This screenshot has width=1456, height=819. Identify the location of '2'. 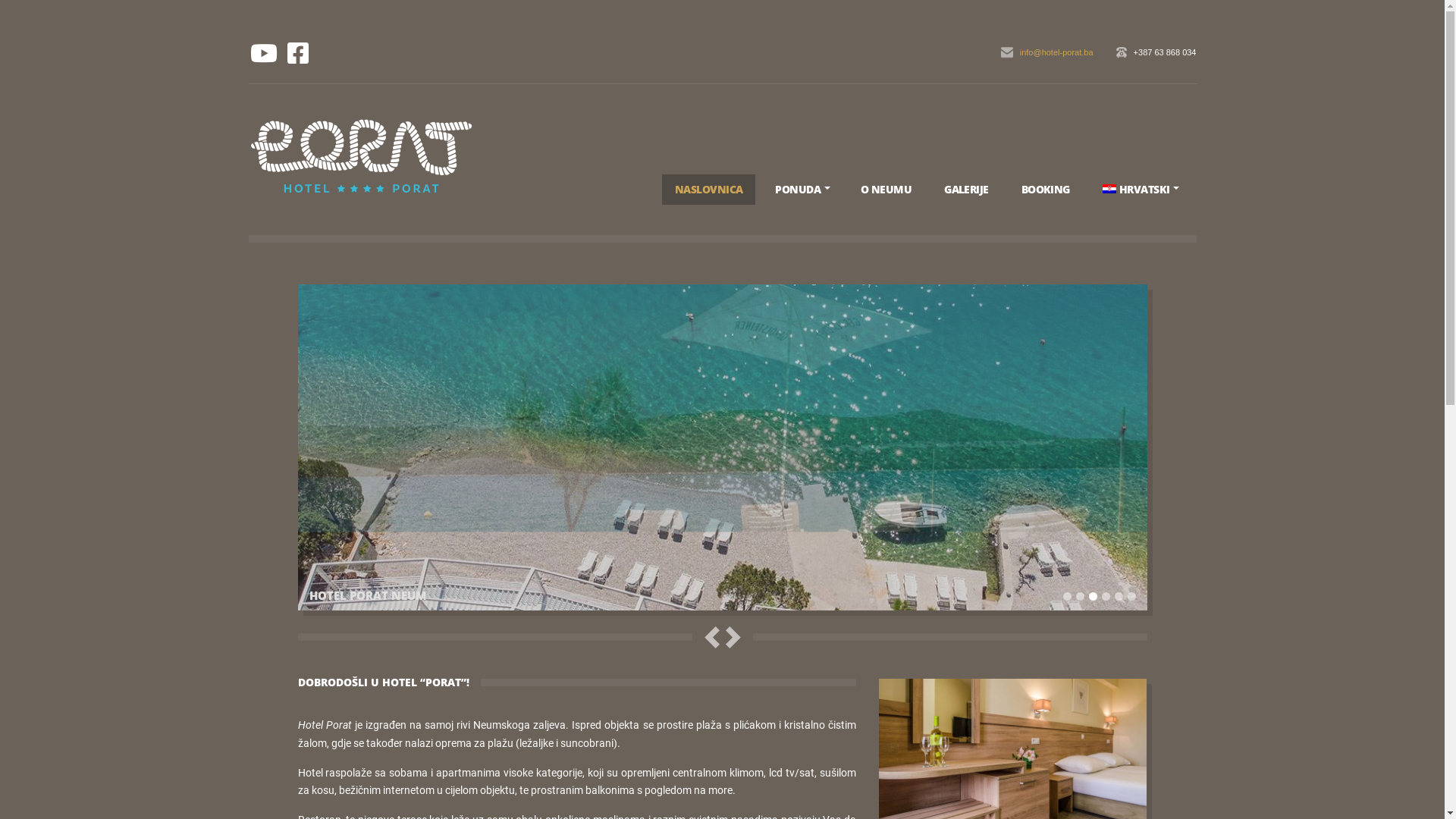
(1078, 595).